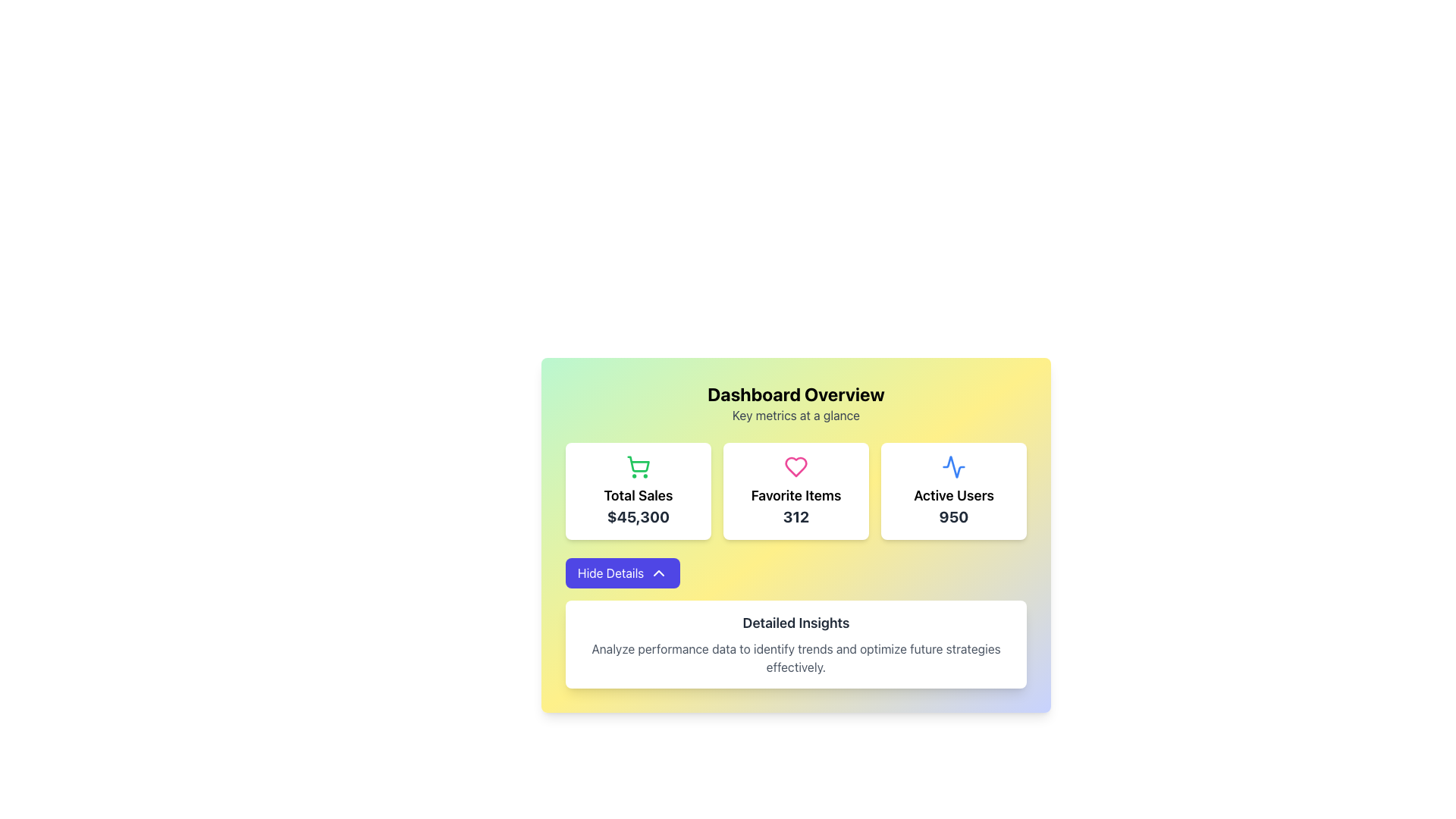 Image resolution: width=1456 pixels, height=819 pixels. Describe the element at coordinates (795, 415) in the screenshot. I see `text from the subtitle located below the 'Dashboard Overview' header in the dashboard card interface` at that location.